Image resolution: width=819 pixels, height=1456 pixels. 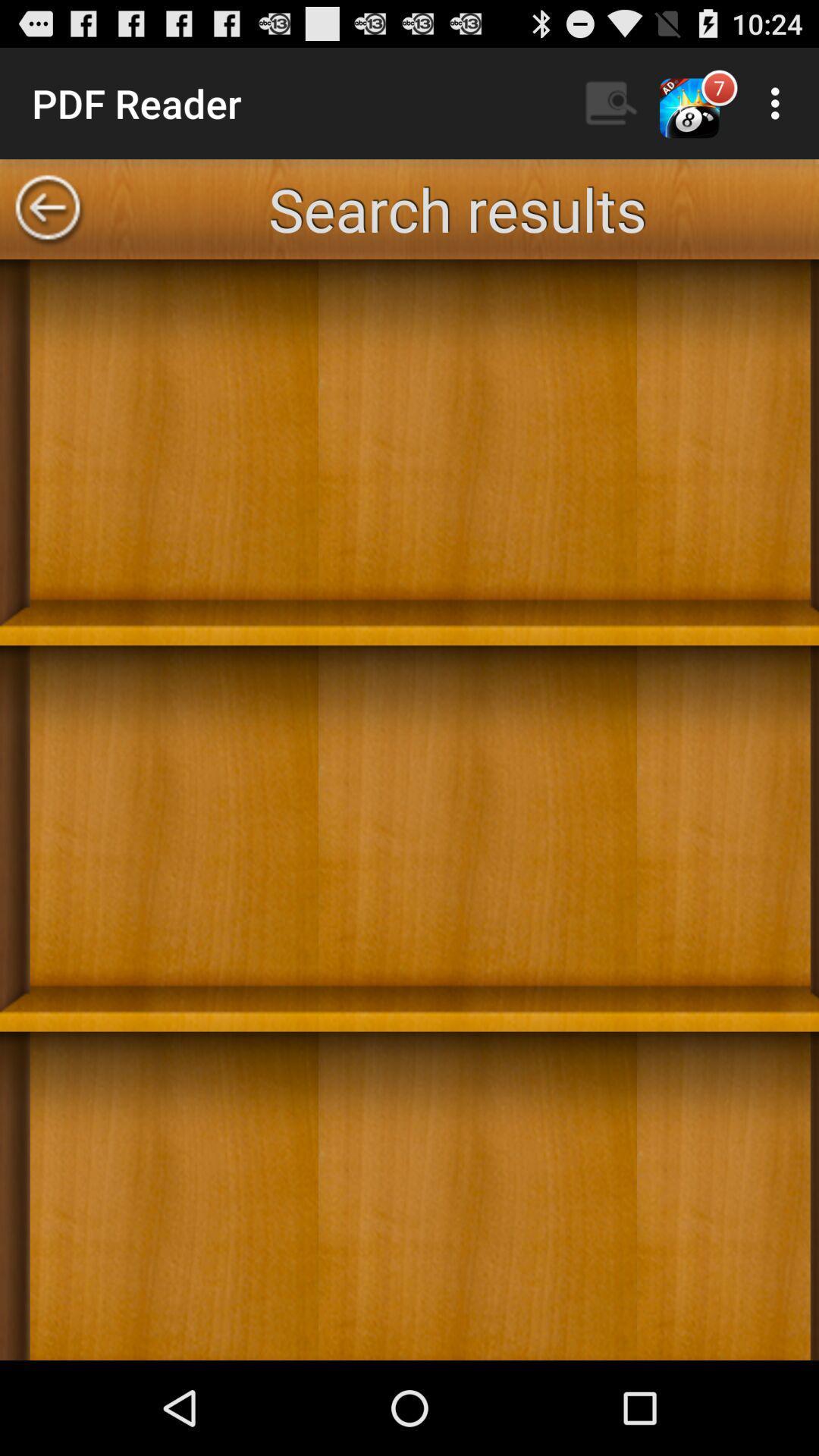 I want to click on item to the right of the pdf reader icon, so click(x=610, y=102).